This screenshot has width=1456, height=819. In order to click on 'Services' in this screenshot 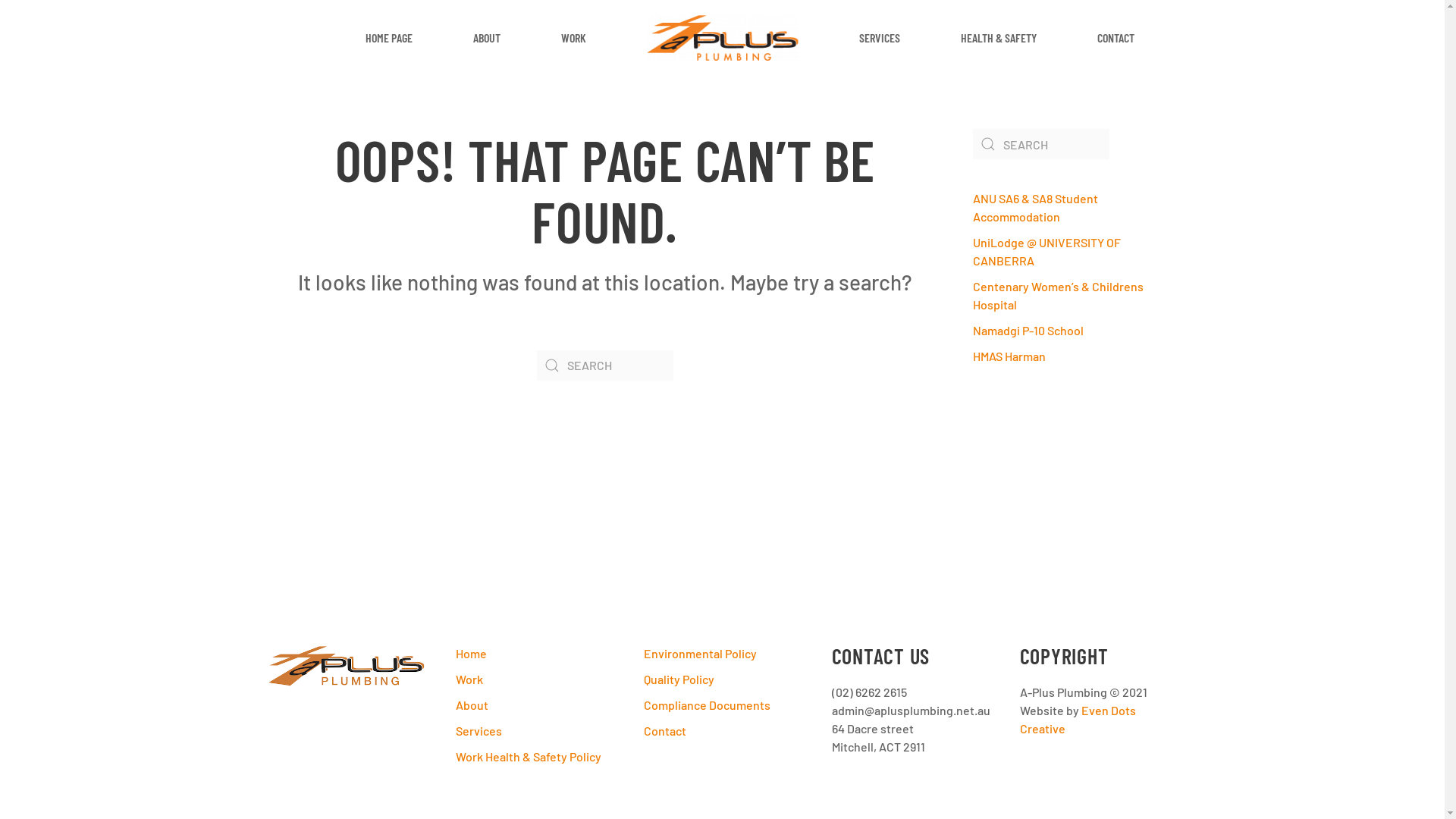, I will do `click(454, 730)`.